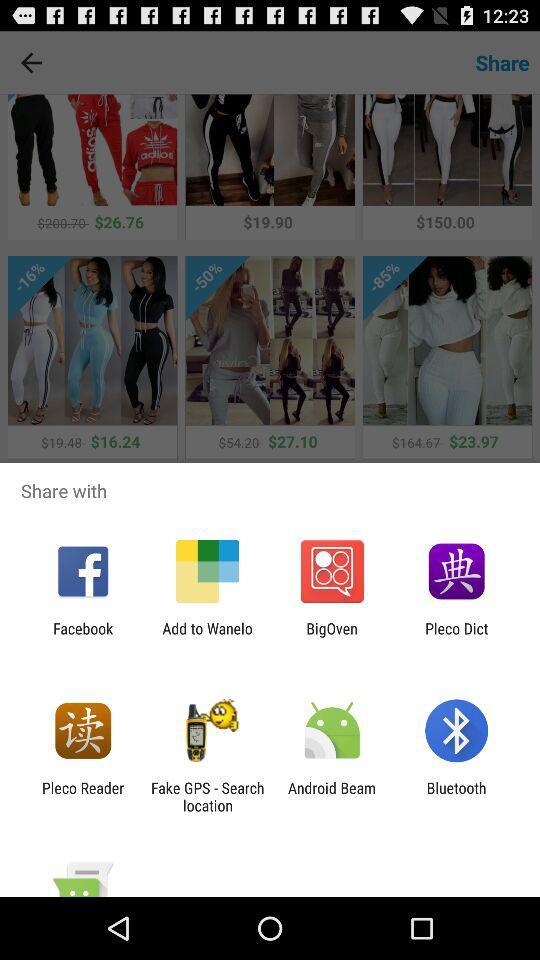 The width and height of the screenshot is (540, 960). What do you see at coordinates (332, 796) in the screenshot?
I see `app to the left of the bluetooth` at bounding box center [332, 796].